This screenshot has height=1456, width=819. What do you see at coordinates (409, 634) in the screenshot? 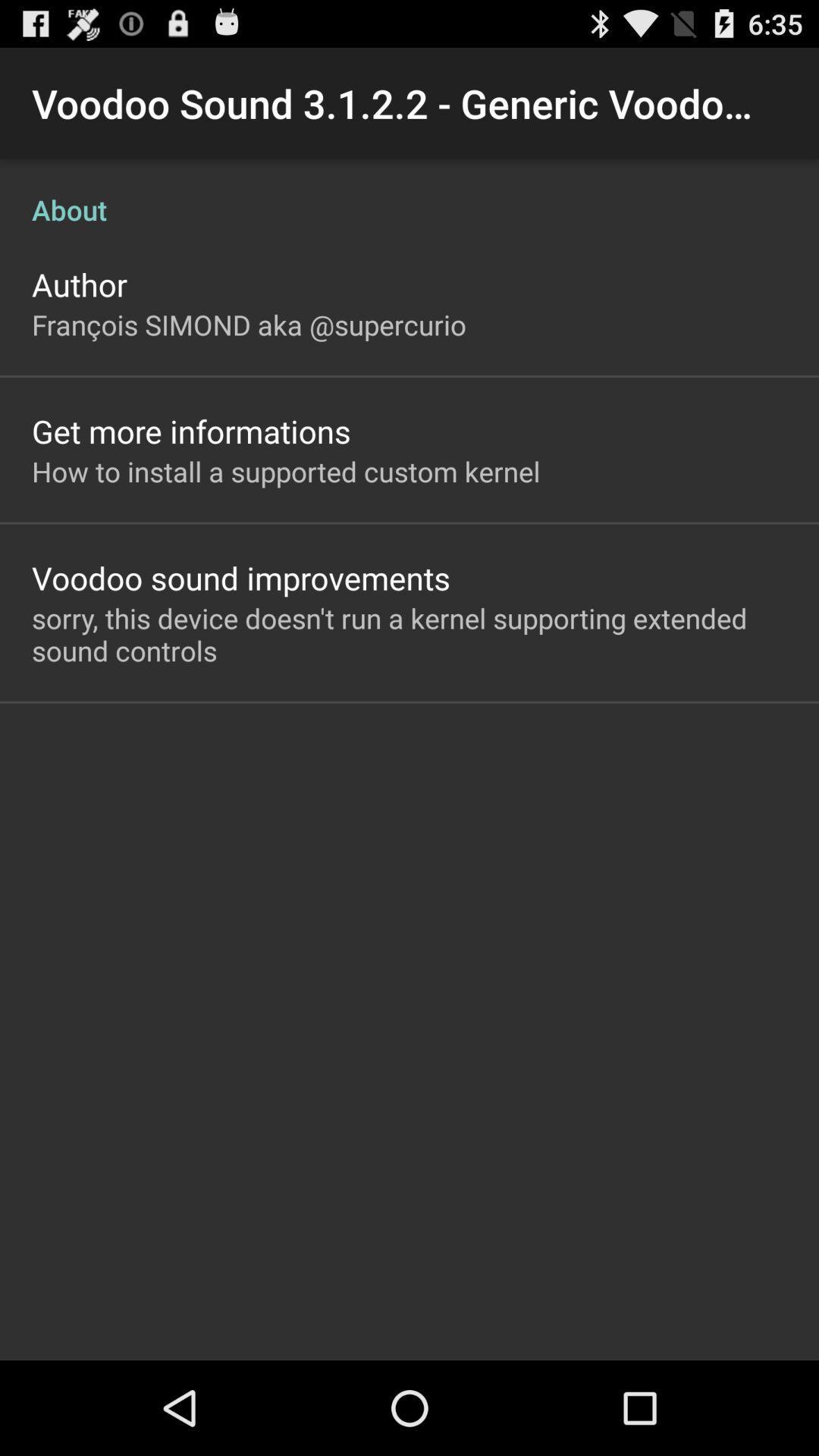
I see `the sorry this device app` at bounding box center [409, 634].